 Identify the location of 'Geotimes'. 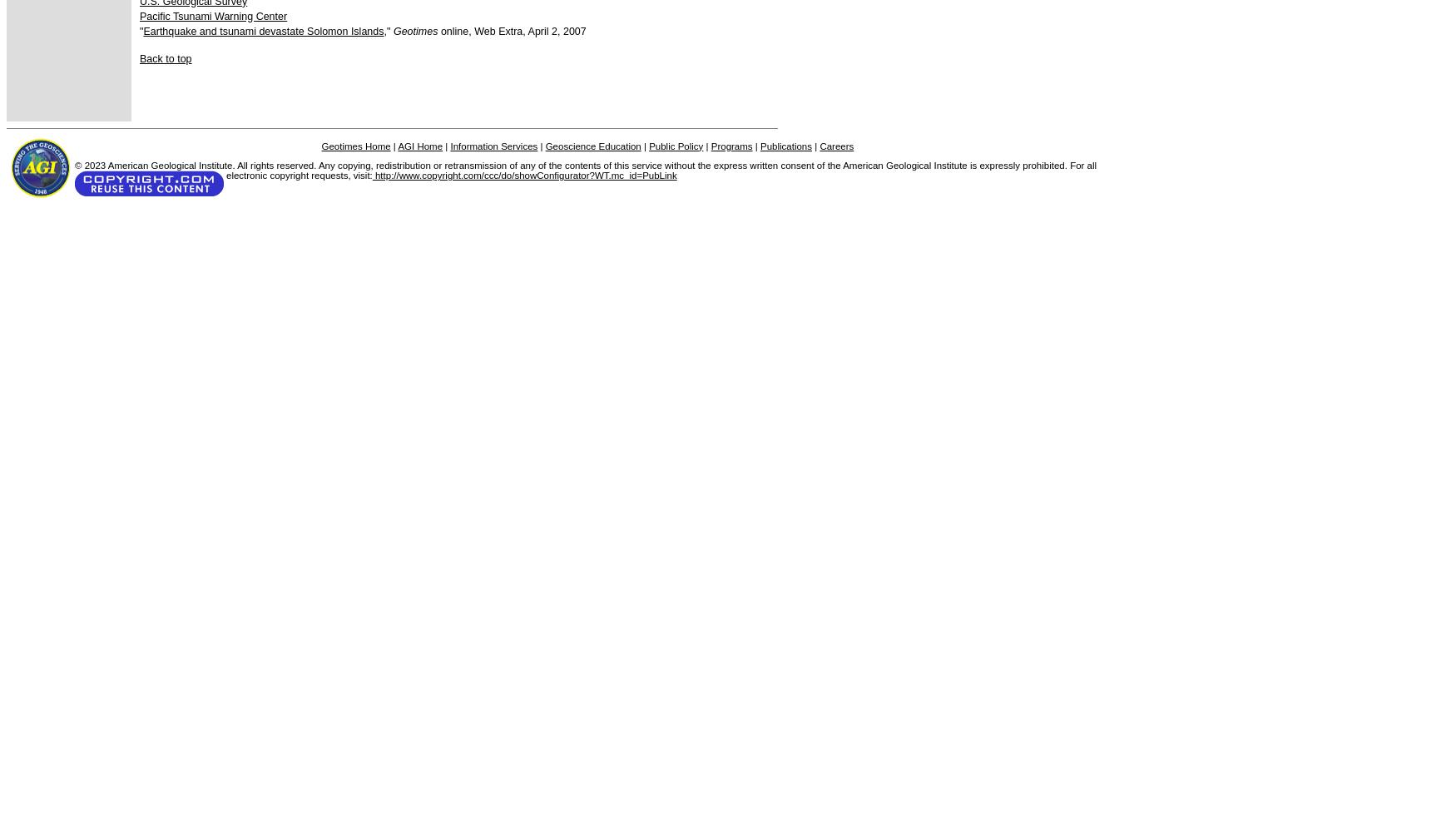
(414, 31).